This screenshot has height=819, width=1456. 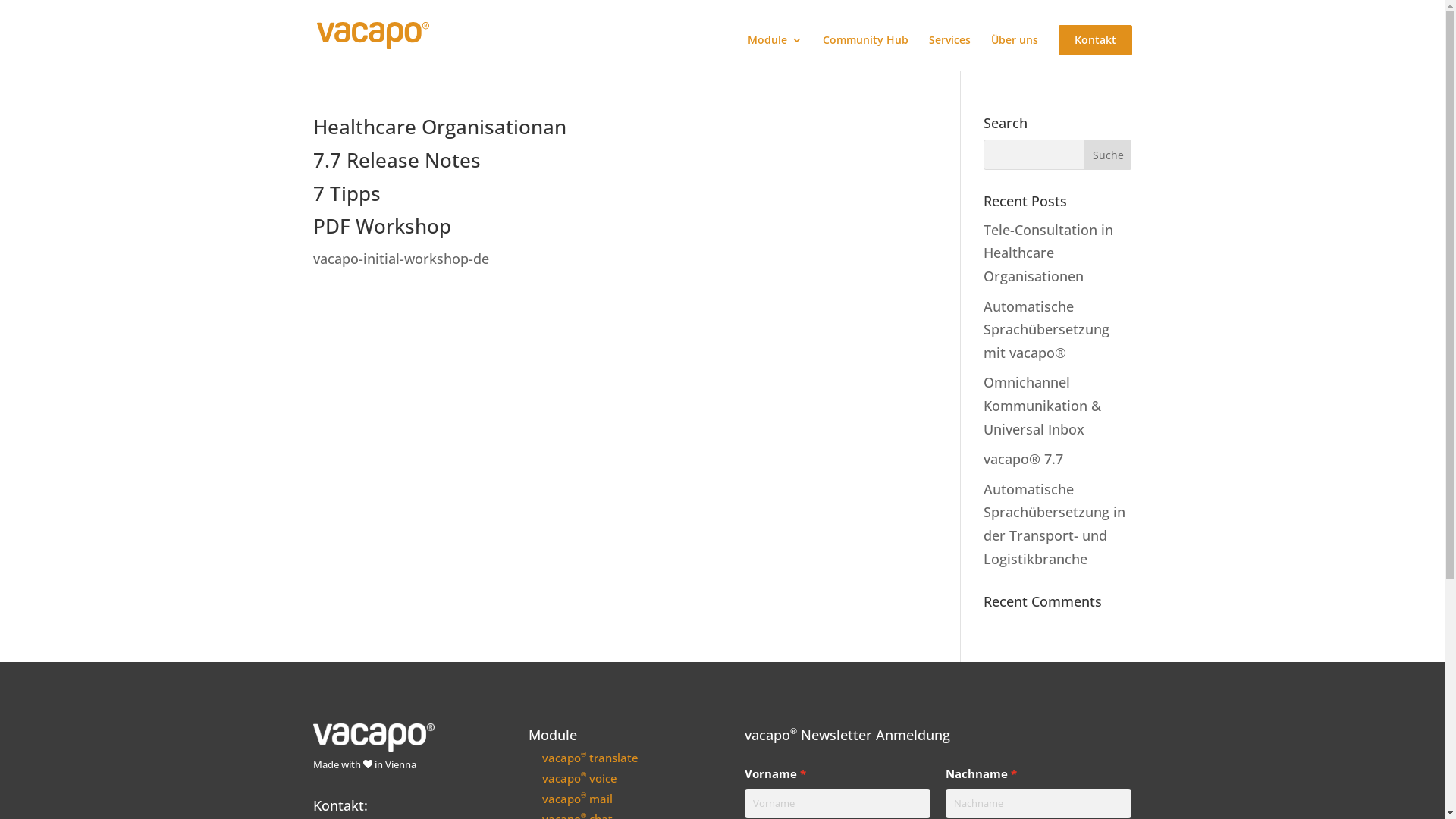 I want to click on 'Healthcare Organisationan', so click(x=438, y=125).